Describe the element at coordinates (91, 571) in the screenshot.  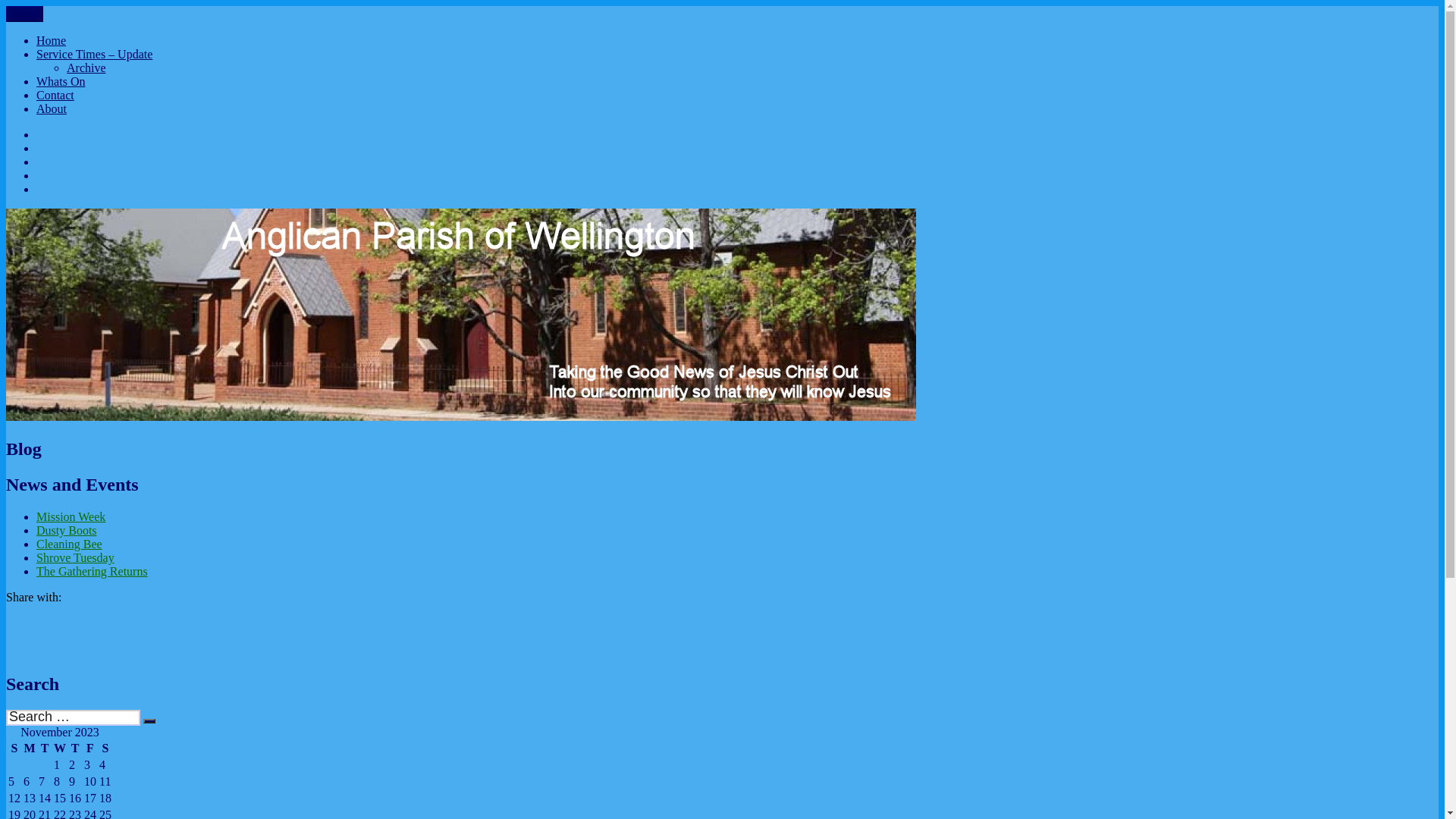
I see `'The Gathering Returns'` at that location.